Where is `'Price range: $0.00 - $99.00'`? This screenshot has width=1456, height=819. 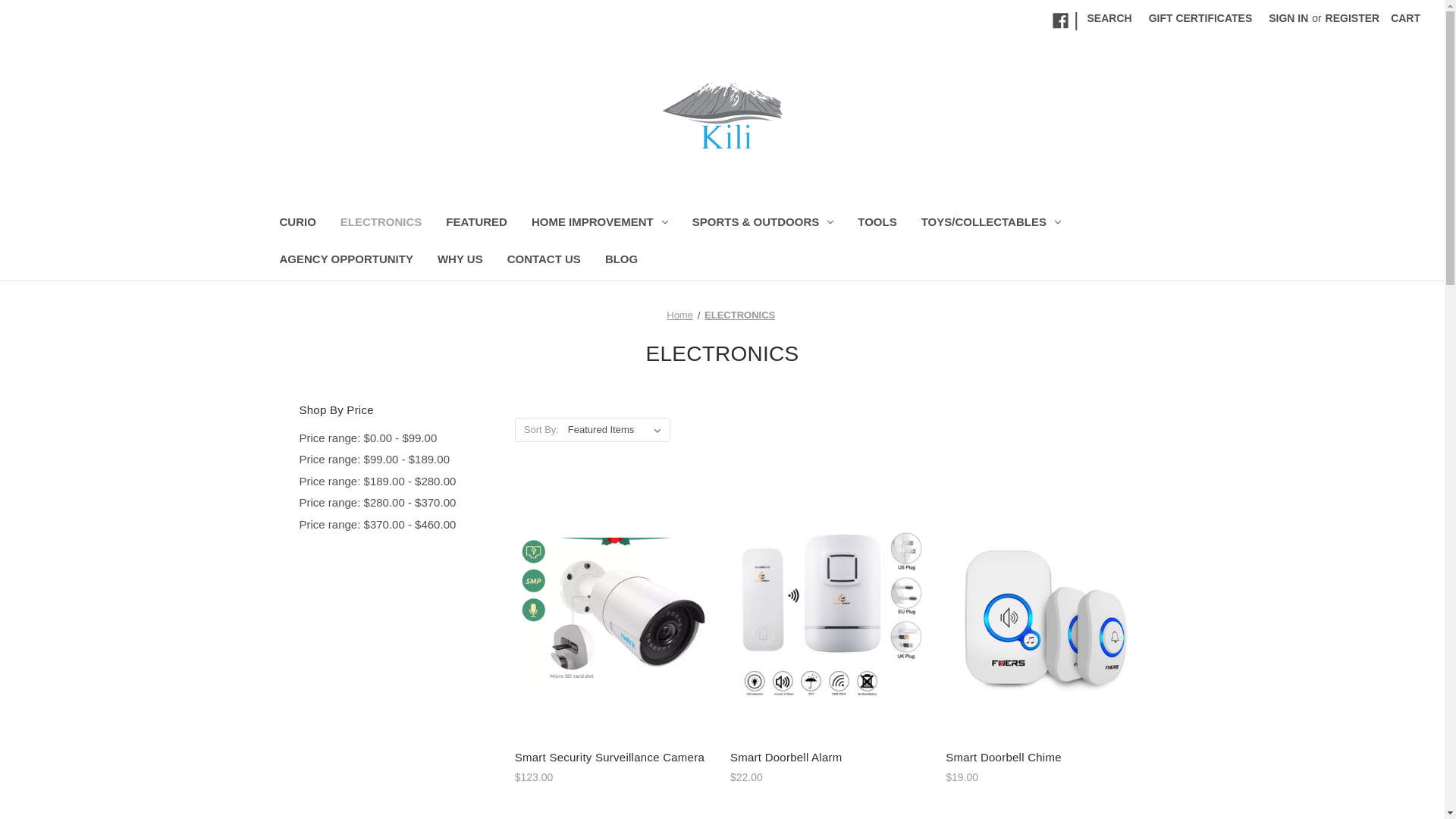 'Price range: $0.00 - $99.00' is located at coordinates (398, 438).